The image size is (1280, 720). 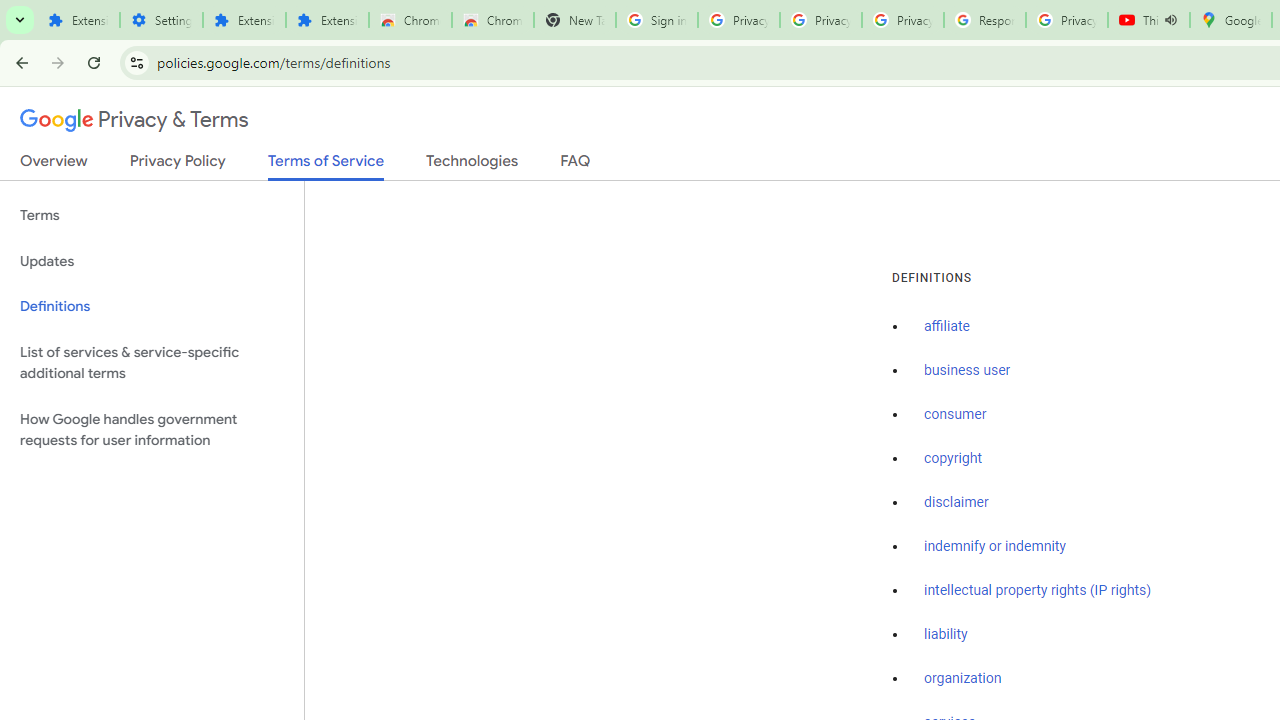 I want to click on 'consumer', so click(x=954, y=414).